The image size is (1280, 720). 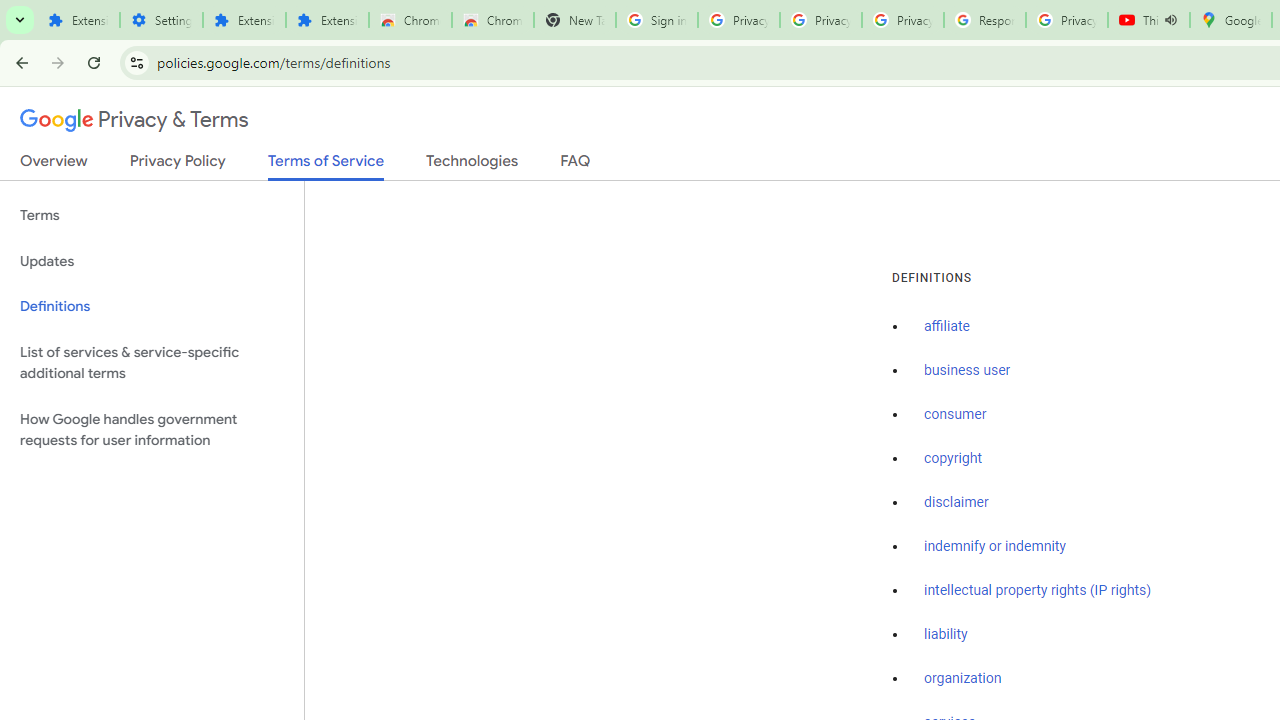 I want to click on 'consumer', so click(x=954, y=414).